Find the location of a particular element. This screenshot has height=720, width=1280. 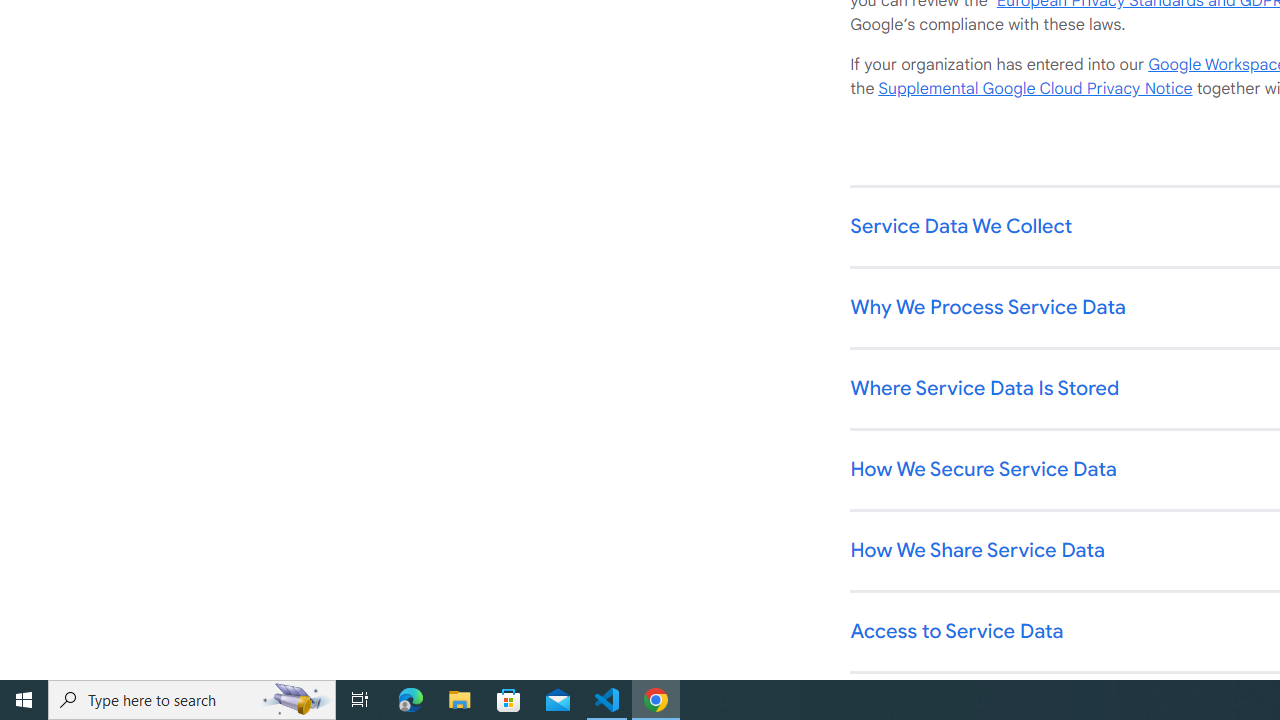

'Supplemental Google Cloud Privacy Notice' is located at coordinates (1035, 88).